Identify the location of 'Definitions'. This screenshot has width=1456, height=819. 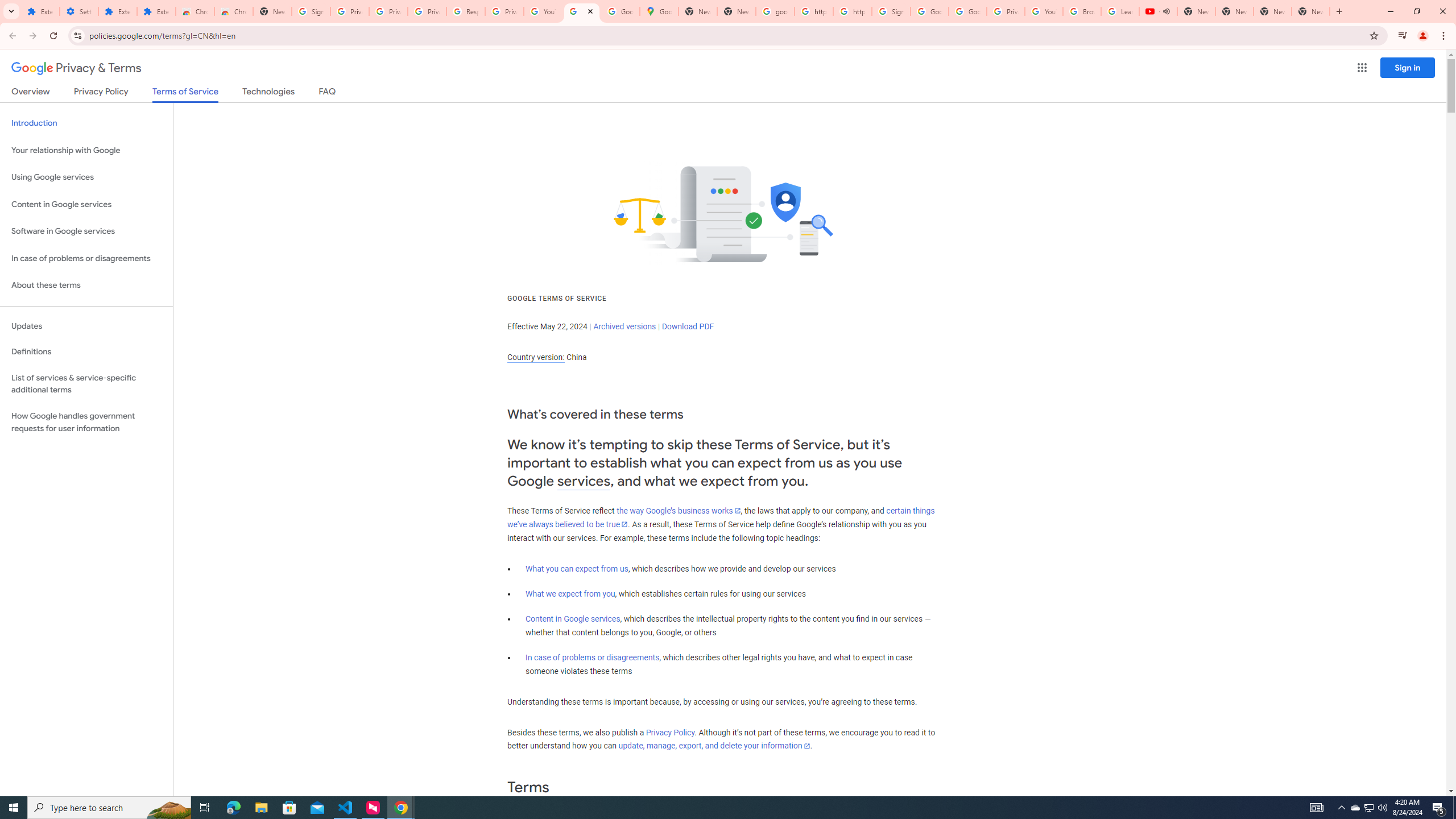
(86, 351).